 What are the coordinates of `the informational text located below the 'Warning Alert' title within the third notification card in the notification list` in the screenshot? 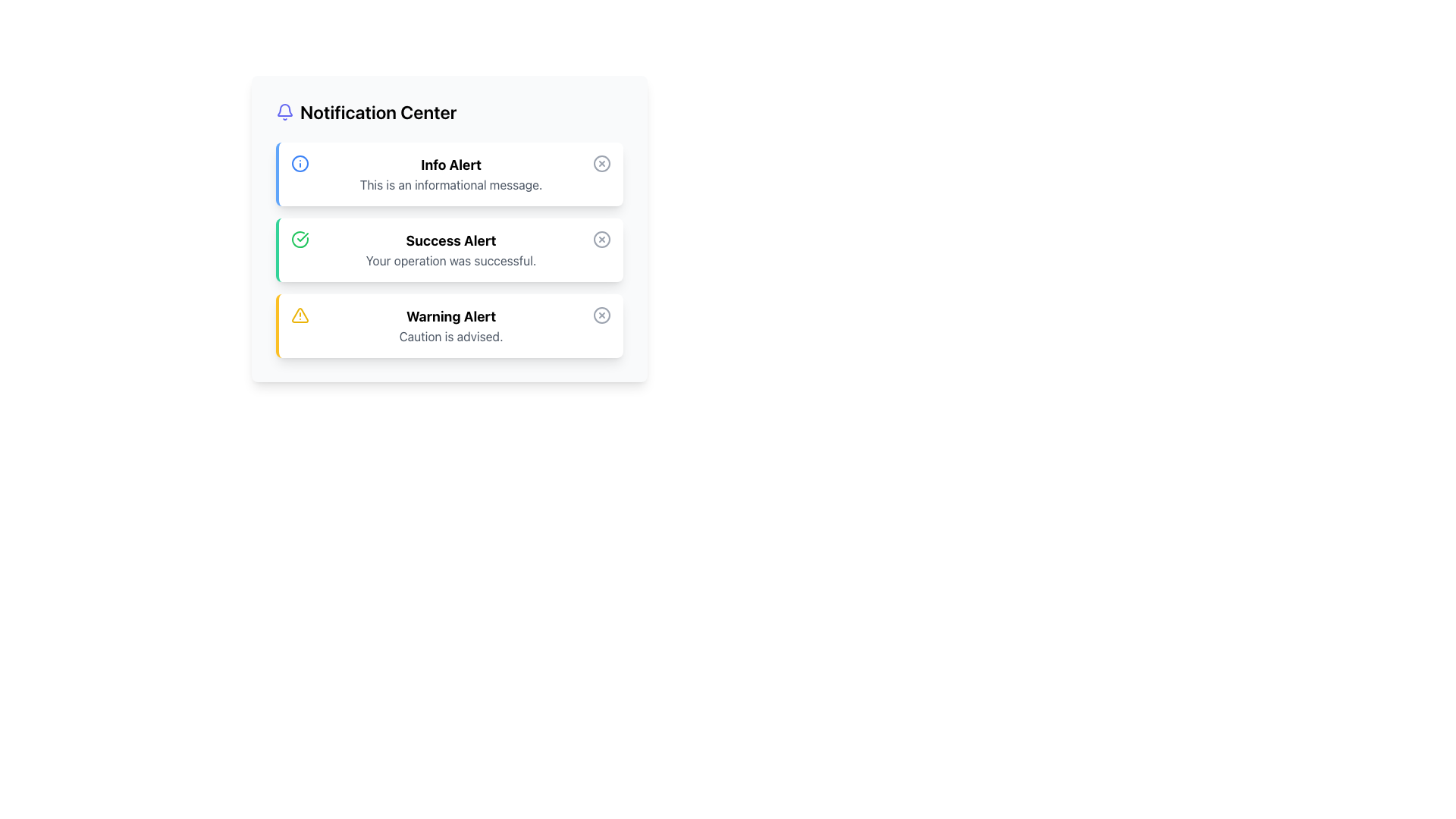 It's located at (450, 335).